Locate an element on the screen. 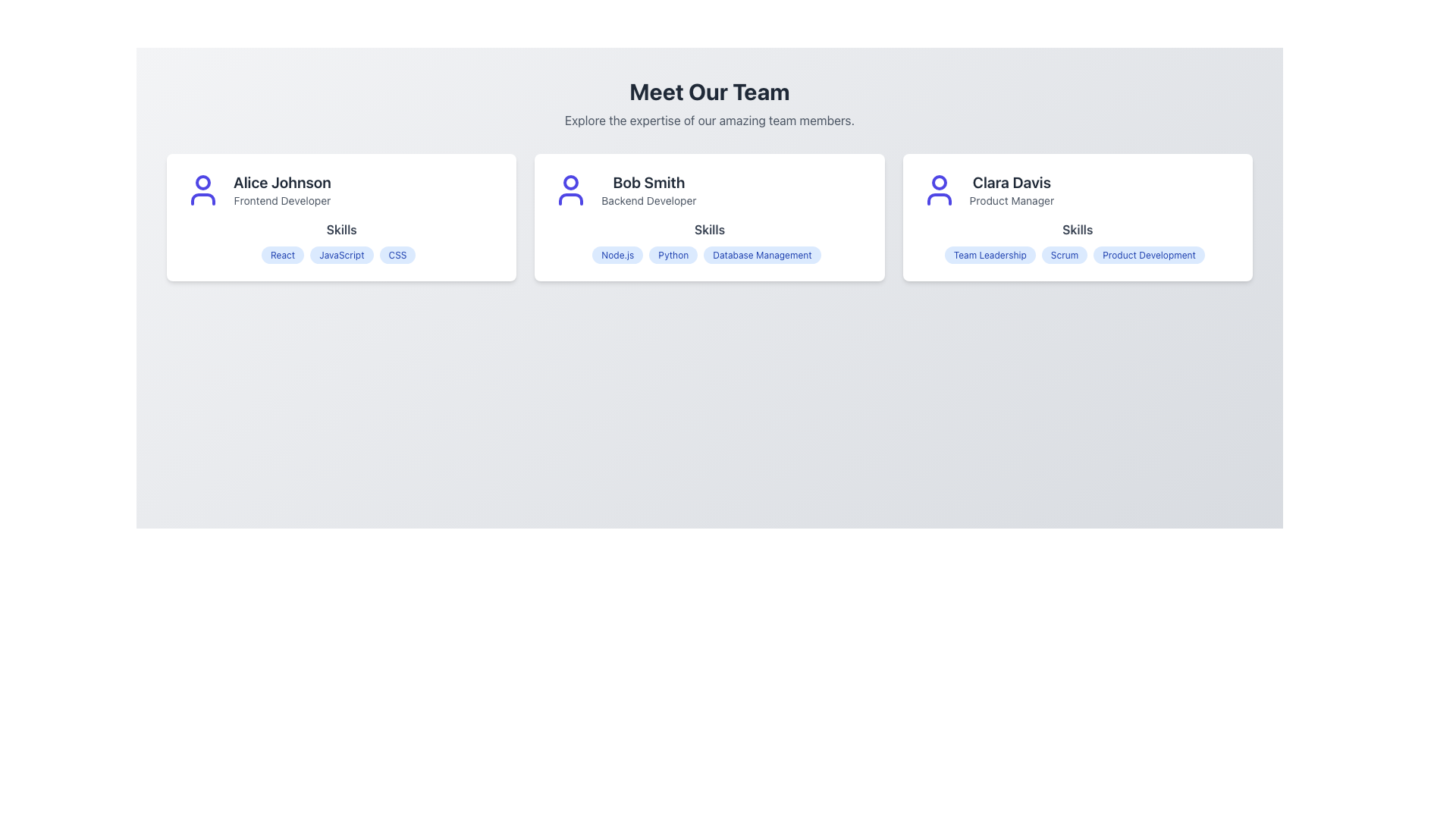 This screenshot has height=819, width=1456. the text label that introduces the skills listed below it within the card labeled 'Bob Smith', which is centrally located above the tags 'Node.js', 'Python', and 'Database Management' is located at coordinates (709, 230).